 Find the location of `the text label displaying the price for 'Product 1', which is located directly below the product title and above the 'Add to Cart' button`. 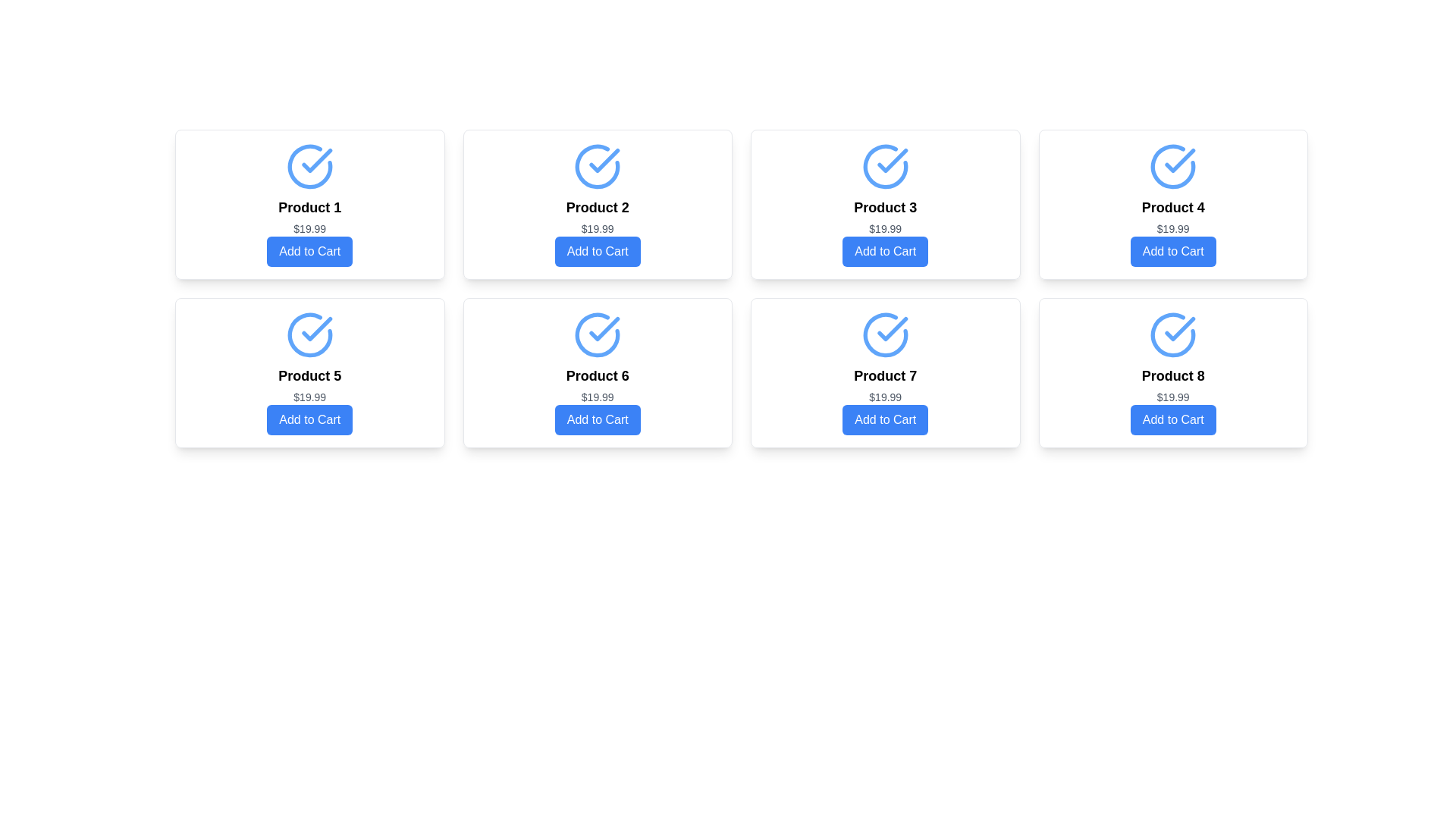

the text label displaying the price for 'Product 1', which is located directly below the product title and above the 'Add to Cart' button is located at coordinates (309, 228).